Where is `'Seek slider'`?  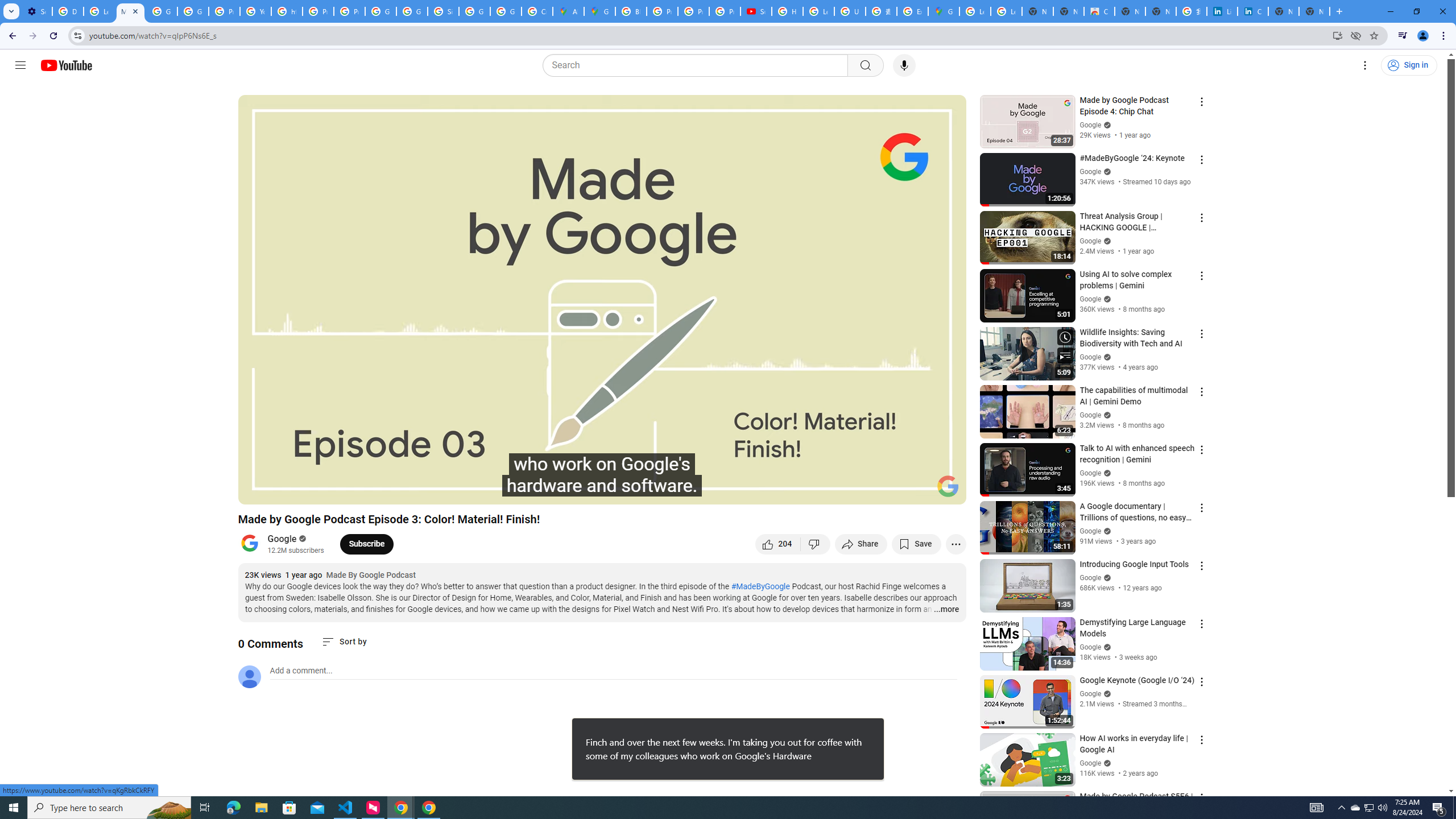 'Seek slider' is located at coordinates (601, 475).